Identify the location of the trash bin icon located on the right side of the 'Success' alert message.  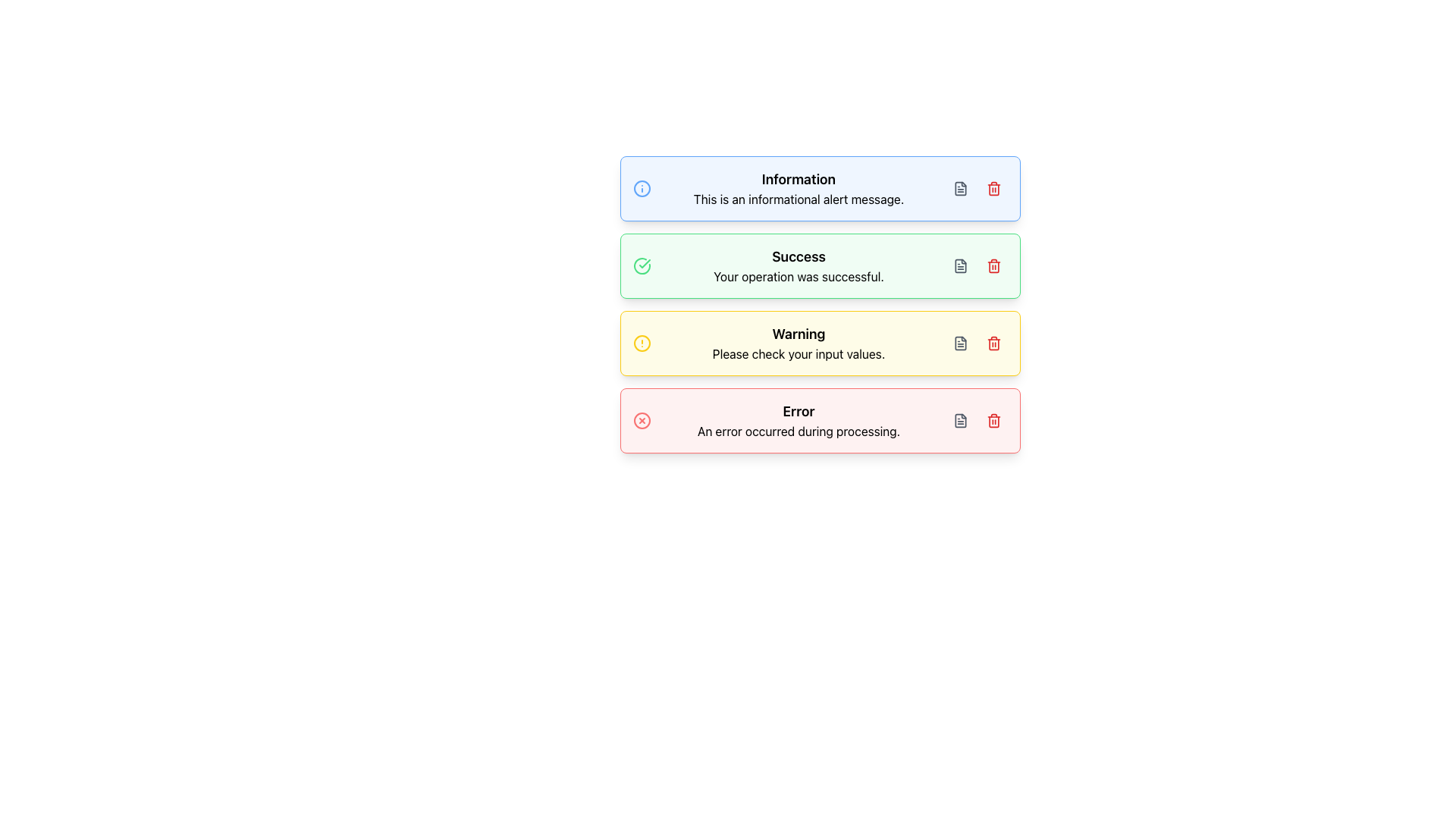
(993, 265).